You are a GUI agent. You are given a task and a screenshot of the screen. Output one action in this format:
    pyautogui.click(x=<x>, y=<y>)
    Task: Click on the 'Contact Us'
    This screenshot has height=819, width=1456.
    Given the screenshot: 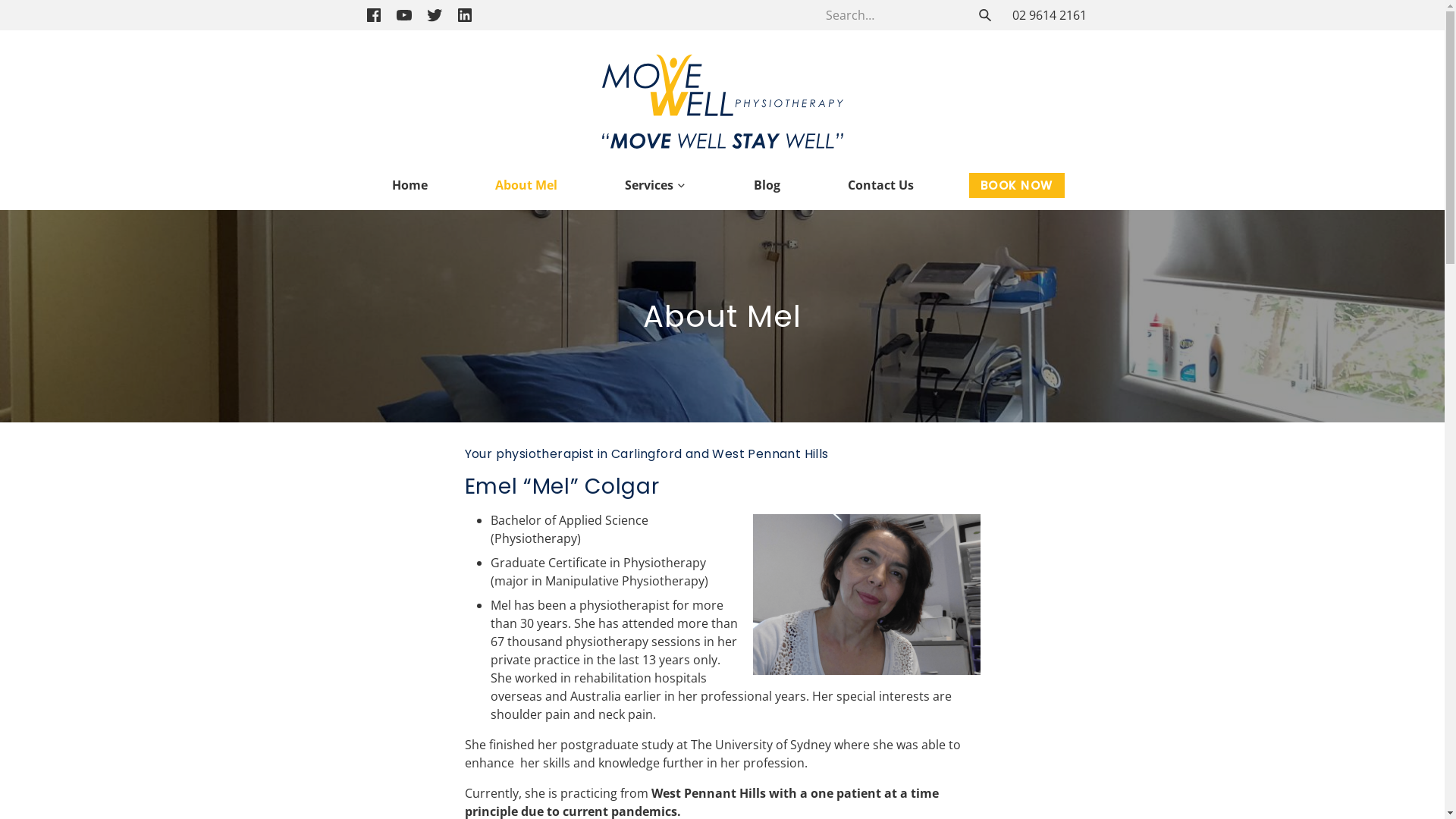 What is the action you would take?
    pyautogui.click(x=835, y=184)
    